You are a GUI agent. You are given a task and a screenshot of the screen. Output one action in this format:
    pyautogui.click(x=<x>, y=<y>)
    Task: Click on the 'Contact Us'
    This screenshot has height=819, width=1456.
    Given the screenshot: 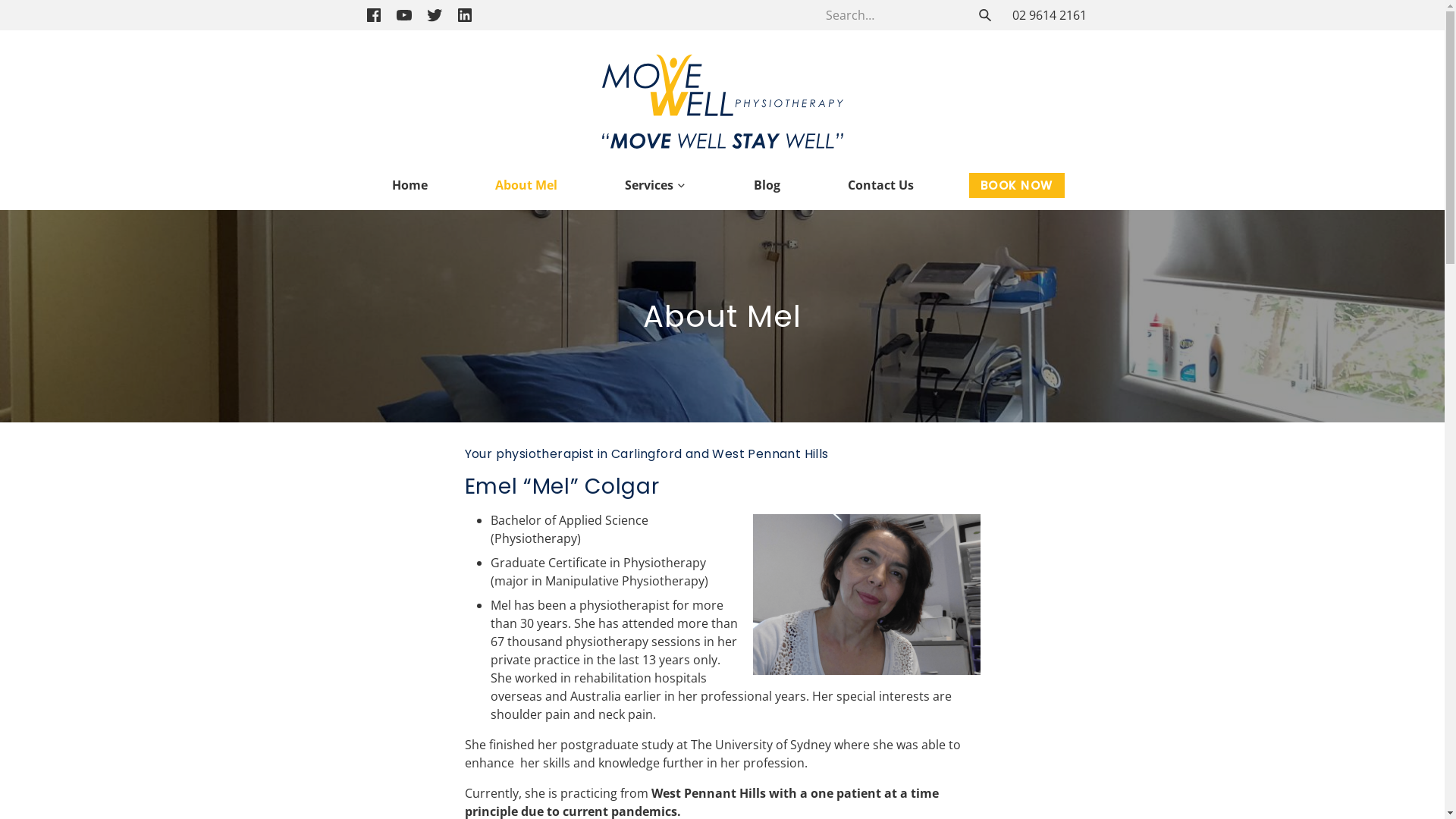 What is the action you would take?
    pyautogui.click(x=835, y=184)
    